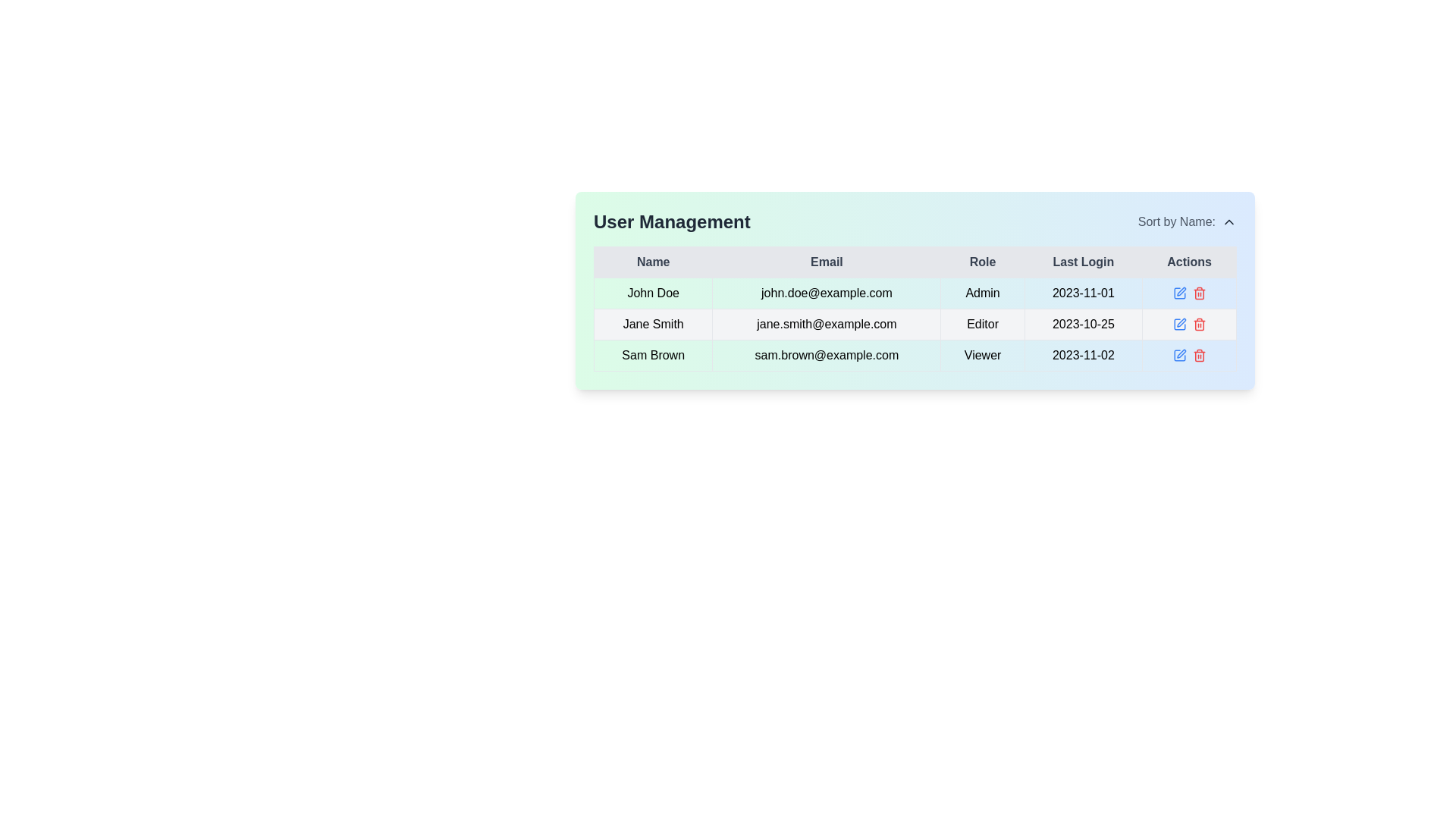 The image size is (1456, 819). I want to click on the static text label 'Viewer' located in the 'Role' column for the user 'Sam Brown' in the User Management Interface, so click(983, 356).